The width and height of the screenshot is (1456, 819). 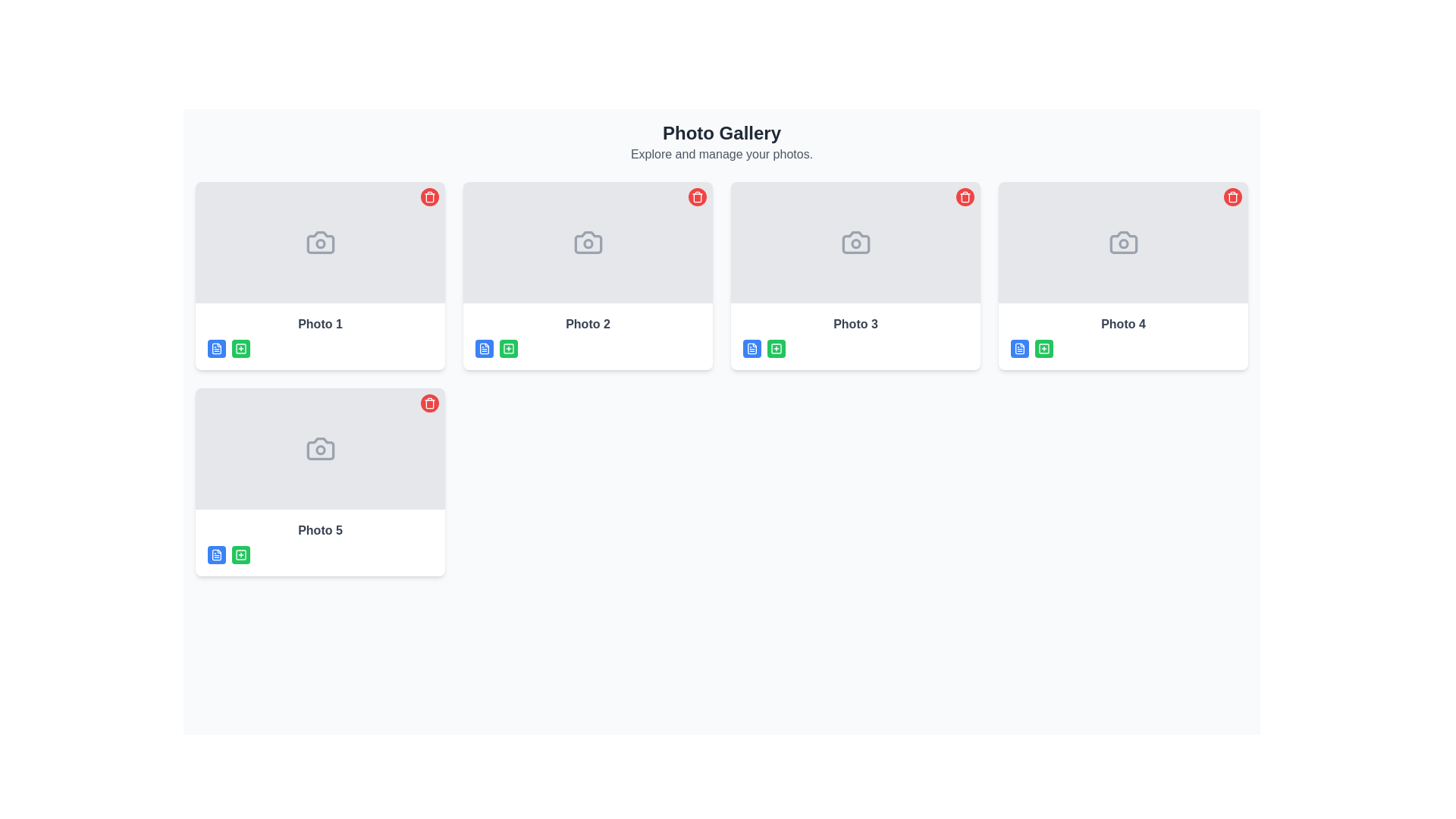 What do you see at coordinates (216, 348) in the screenshot?
I see `the blue button with white text and a document icon, located under 'Photo 1'` at bounding box center [216, 348].